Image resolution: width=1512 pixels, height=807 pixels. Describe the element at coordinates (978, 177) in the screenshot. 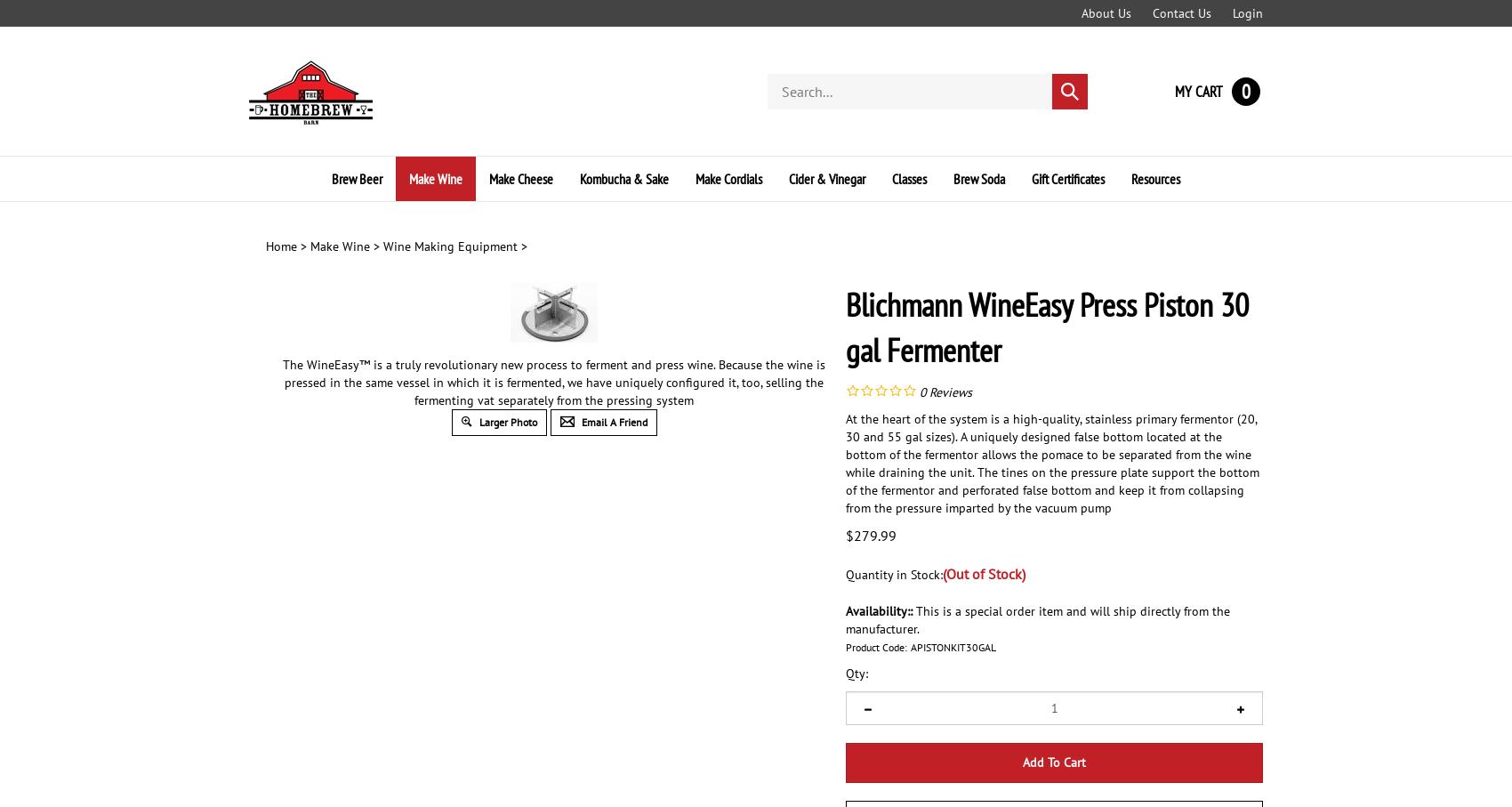

I see `'Brew Soda'` at that location.